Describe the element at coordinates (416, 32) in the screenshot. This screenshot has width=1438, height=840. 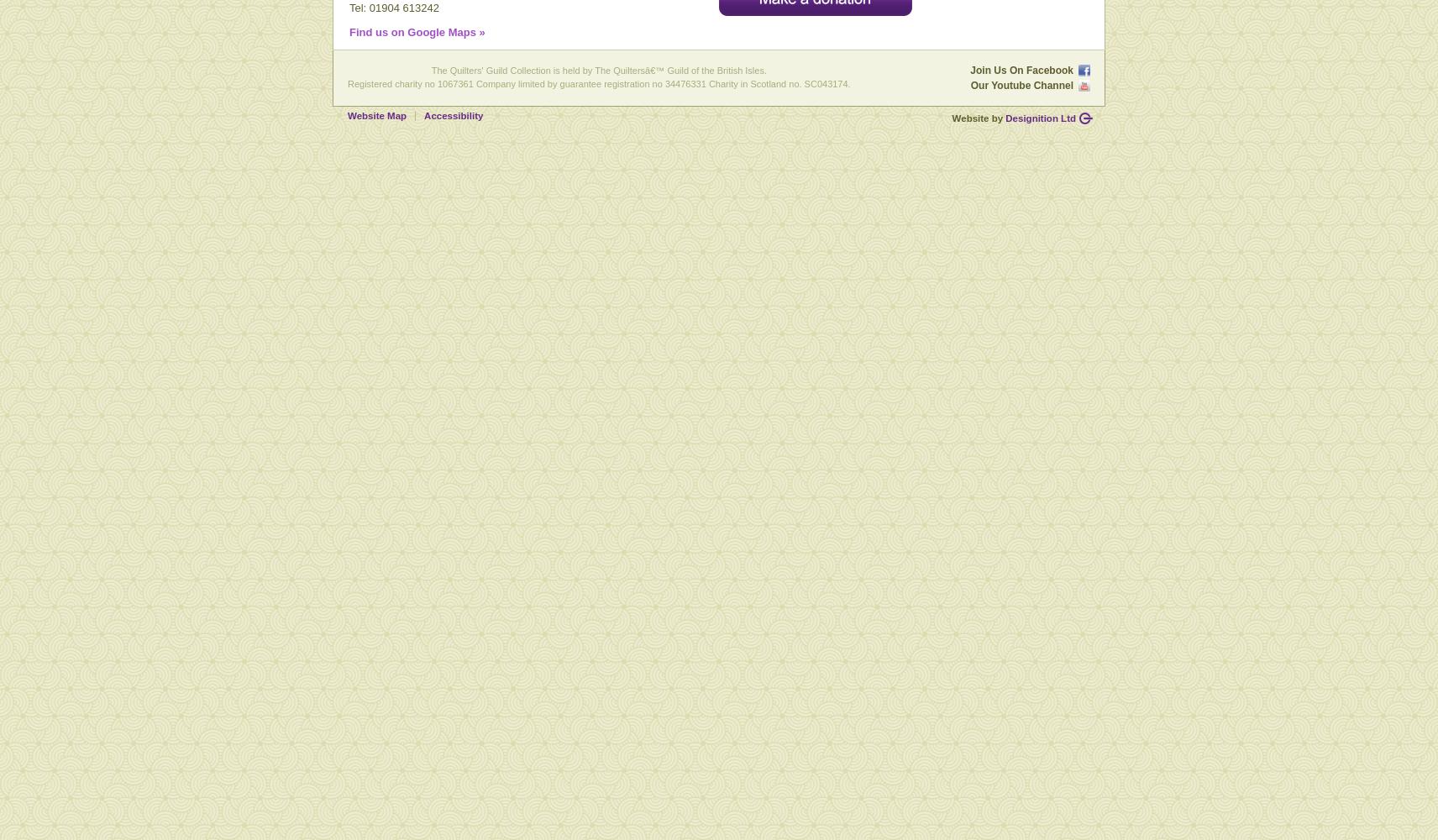
I see `'Find us on Google Maps »'` at that location.